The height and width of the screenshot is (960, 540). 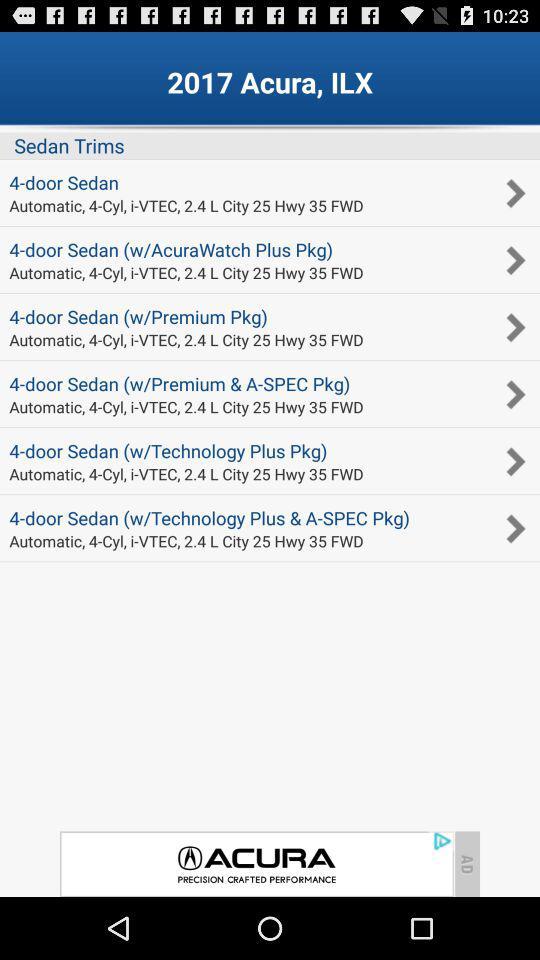 I want to click on redirects the user to a website, so click(x=256, y=863).